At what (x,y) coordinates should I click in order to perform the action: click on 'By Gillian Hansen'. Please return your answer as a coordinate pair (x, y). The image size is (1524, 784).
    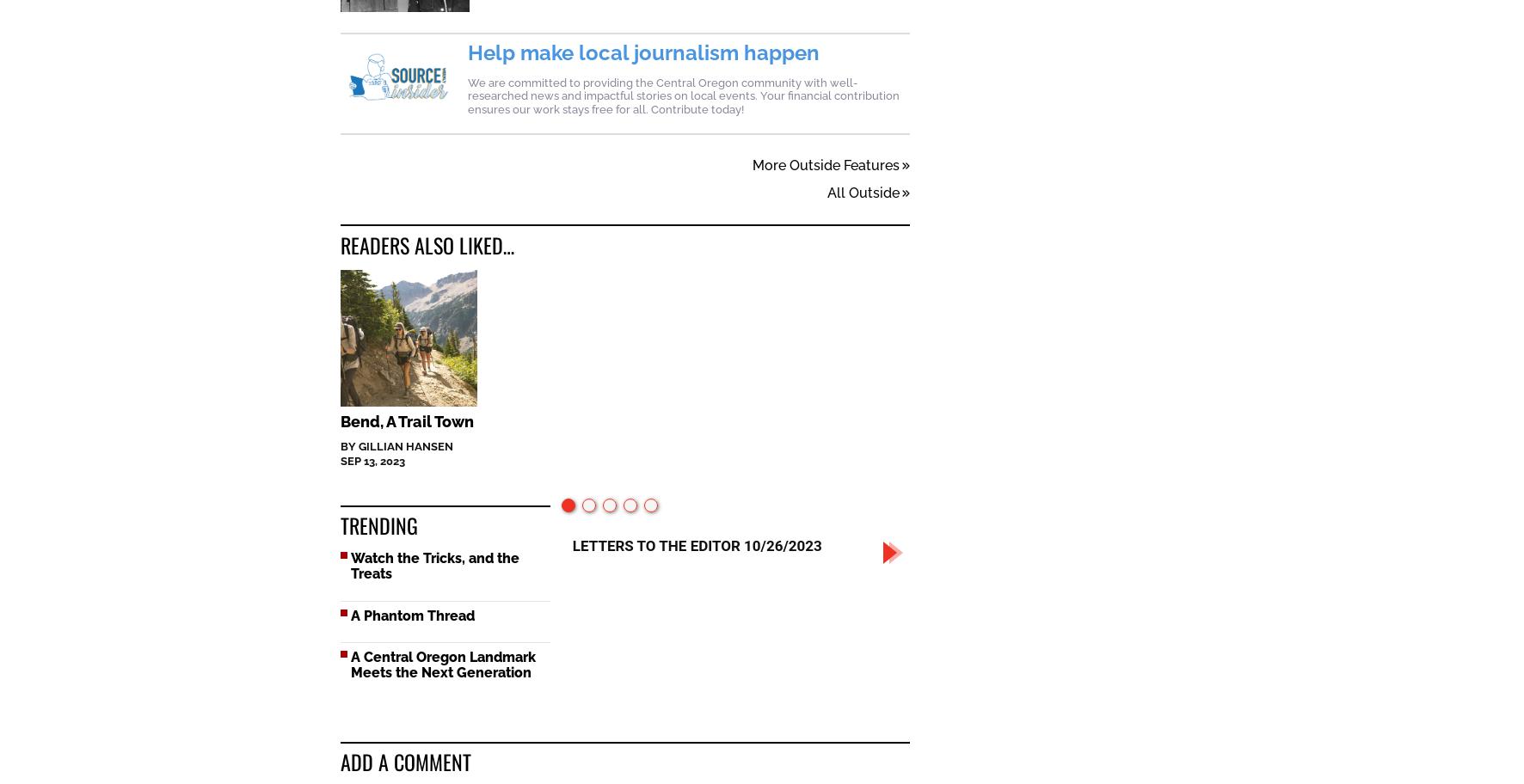
    Looking at the image, I should click on (396, 447).